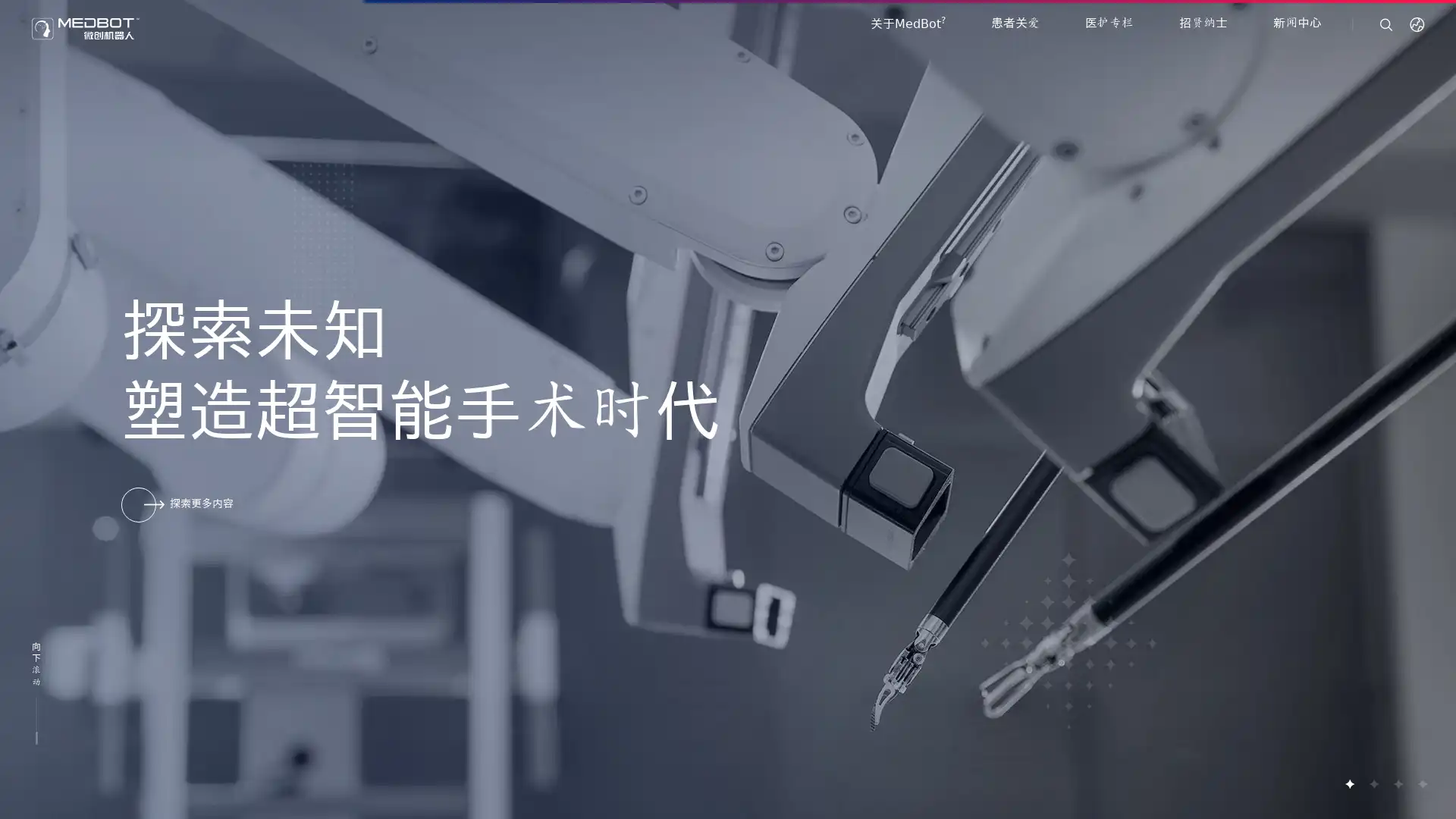  What do you see at coordinates (1421, 783) in the screenshot?
I see `Go to slide 4` at bounding box center [1421, 783].